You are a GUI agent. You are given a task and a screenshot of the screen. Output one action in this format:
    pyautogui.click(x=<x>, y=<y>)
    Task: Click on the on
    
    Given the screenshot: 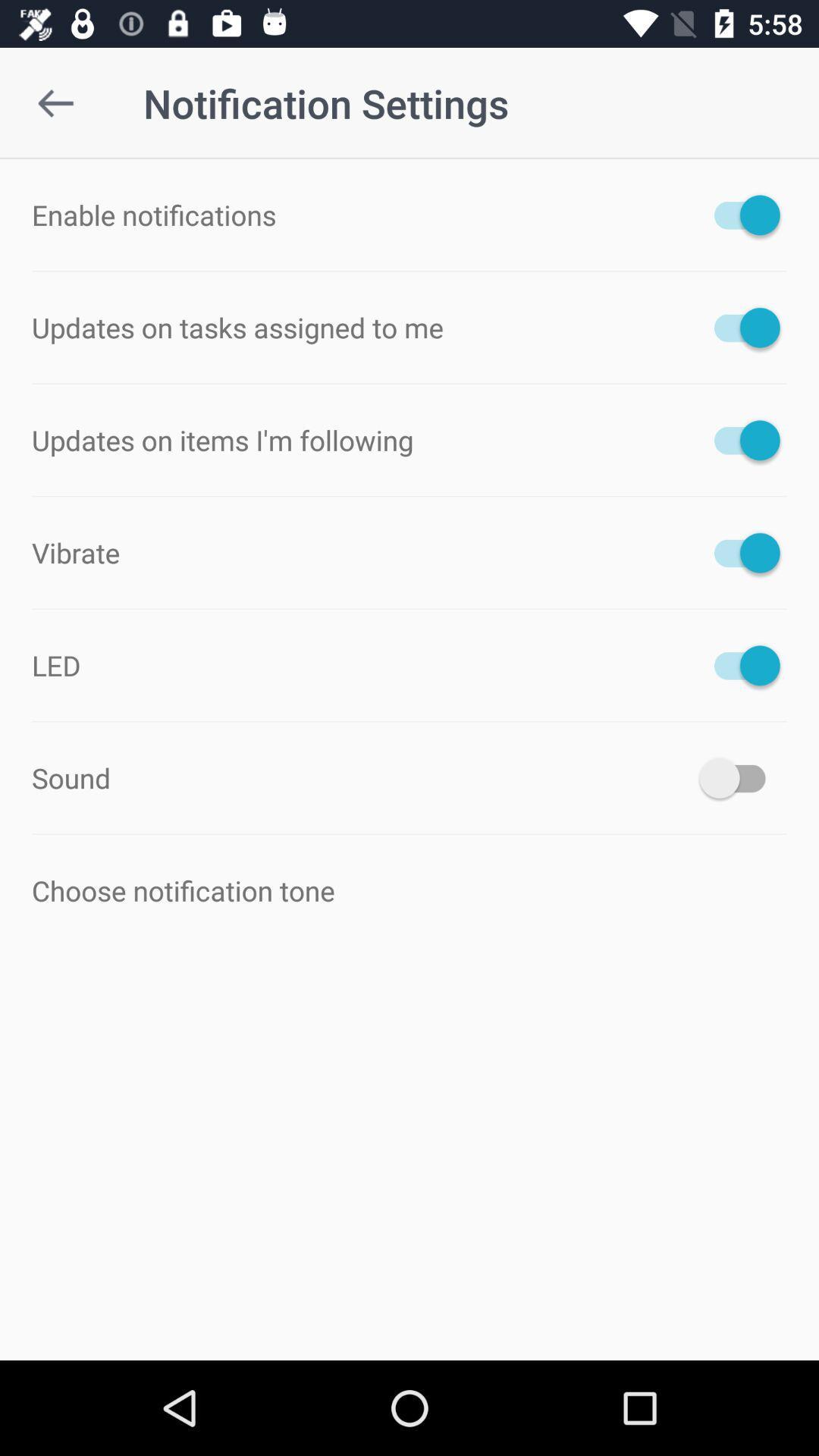 What is the action you would take?
    pyautogui.click(x=739, y=778)
    